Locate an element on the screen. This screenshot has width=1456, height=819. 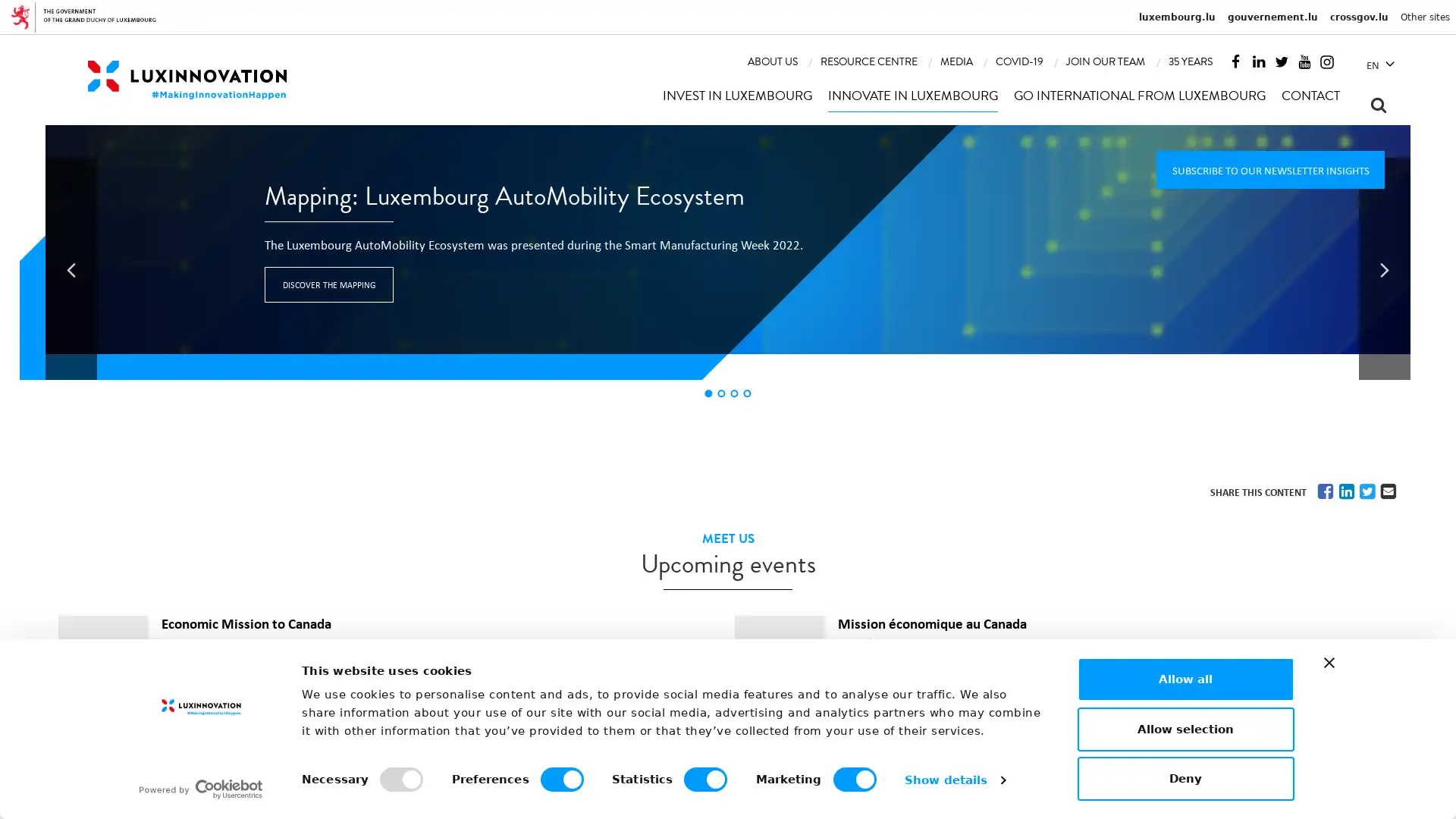
Allow selection is located at coordinates (1185, 727).